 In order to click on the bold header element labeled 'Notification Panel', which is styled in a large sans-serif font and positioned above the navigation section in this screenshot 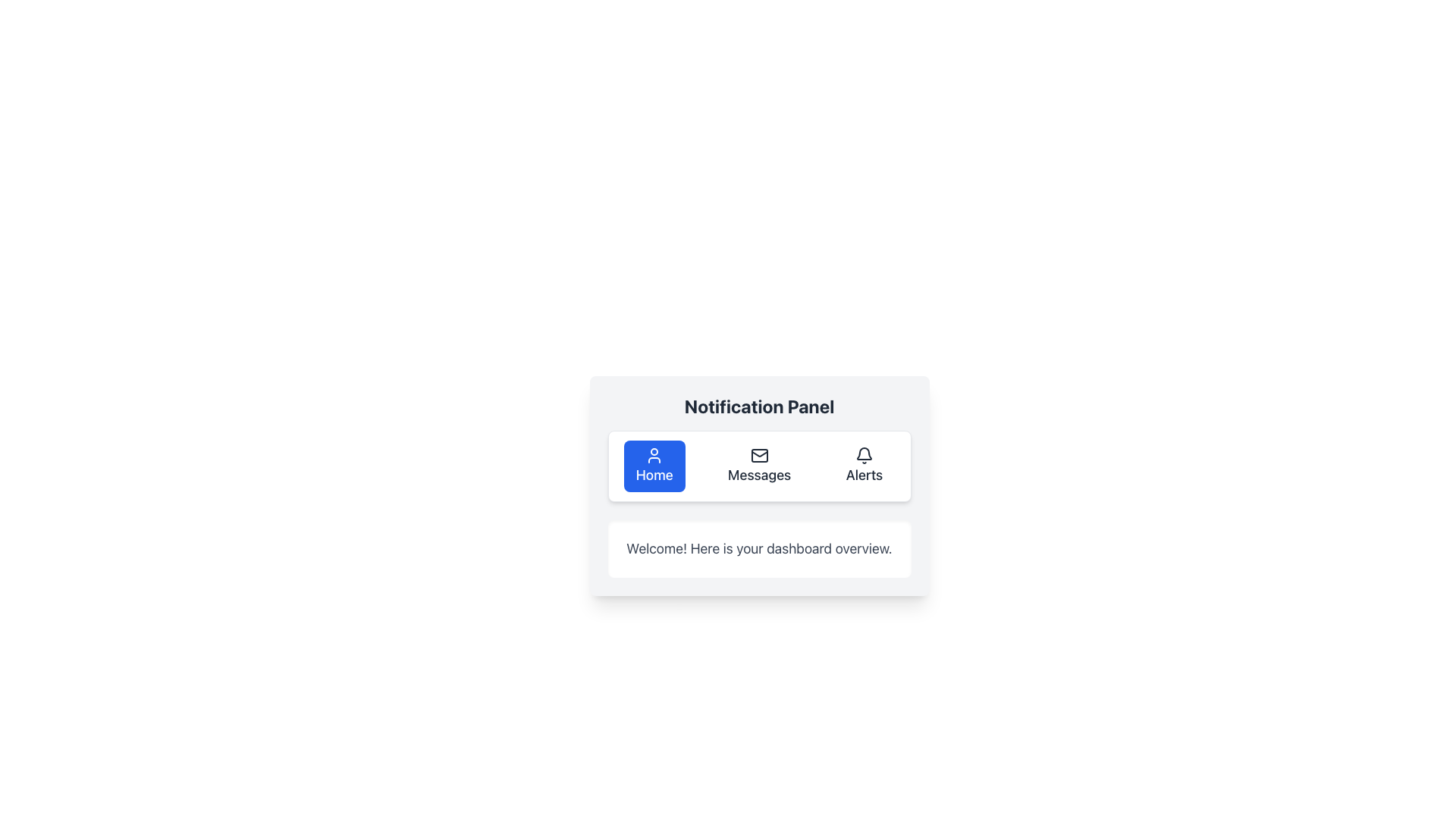, I will do `click(759, 406)`.